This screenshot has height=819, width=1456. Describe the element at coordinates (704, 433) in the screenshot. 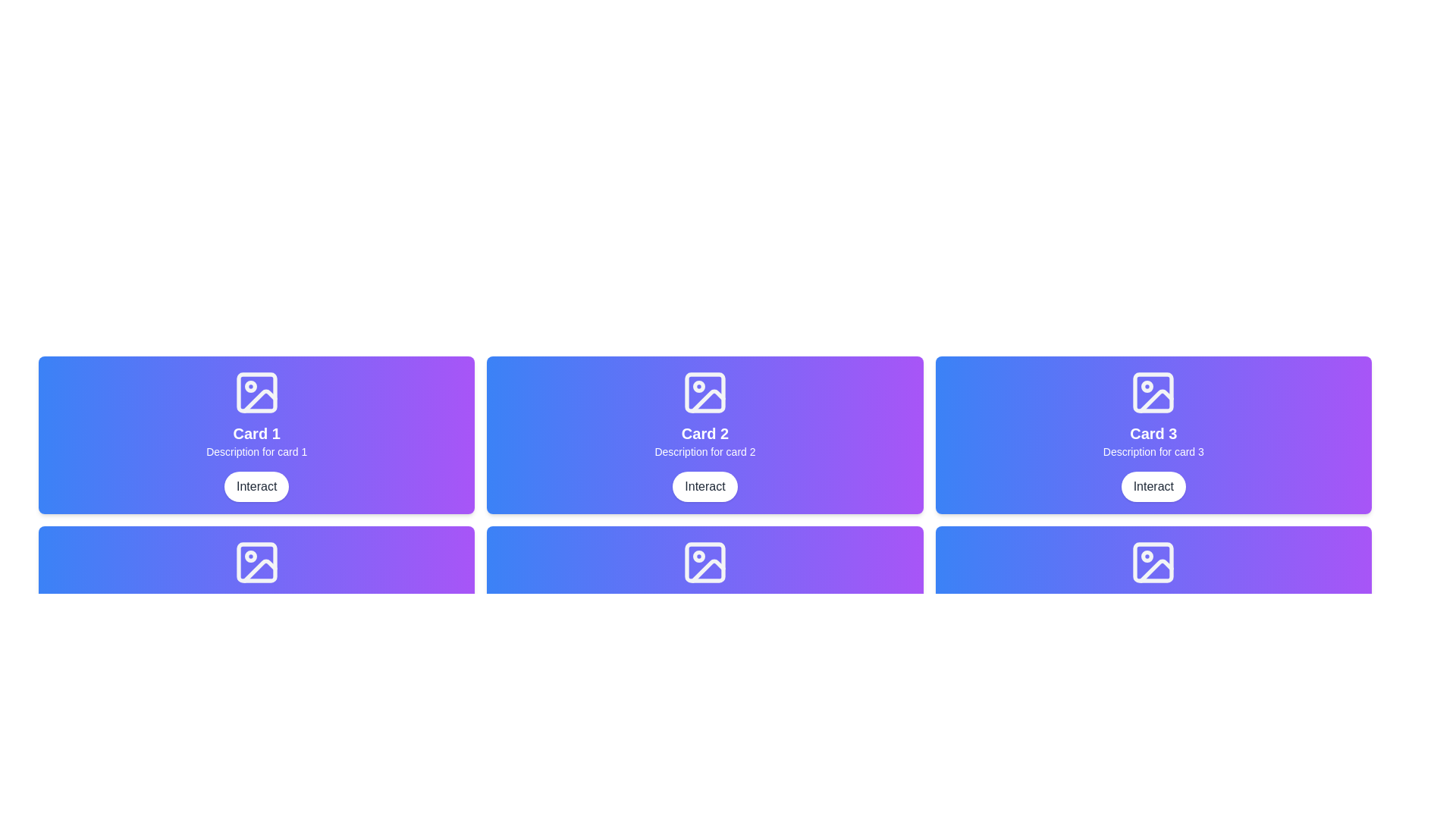

I see `the text element displaying 'Card 2', which is styled in bold and located at the top-middle section of the middle card in a row of three cards with a gradient blue-to-purple background` at that location.